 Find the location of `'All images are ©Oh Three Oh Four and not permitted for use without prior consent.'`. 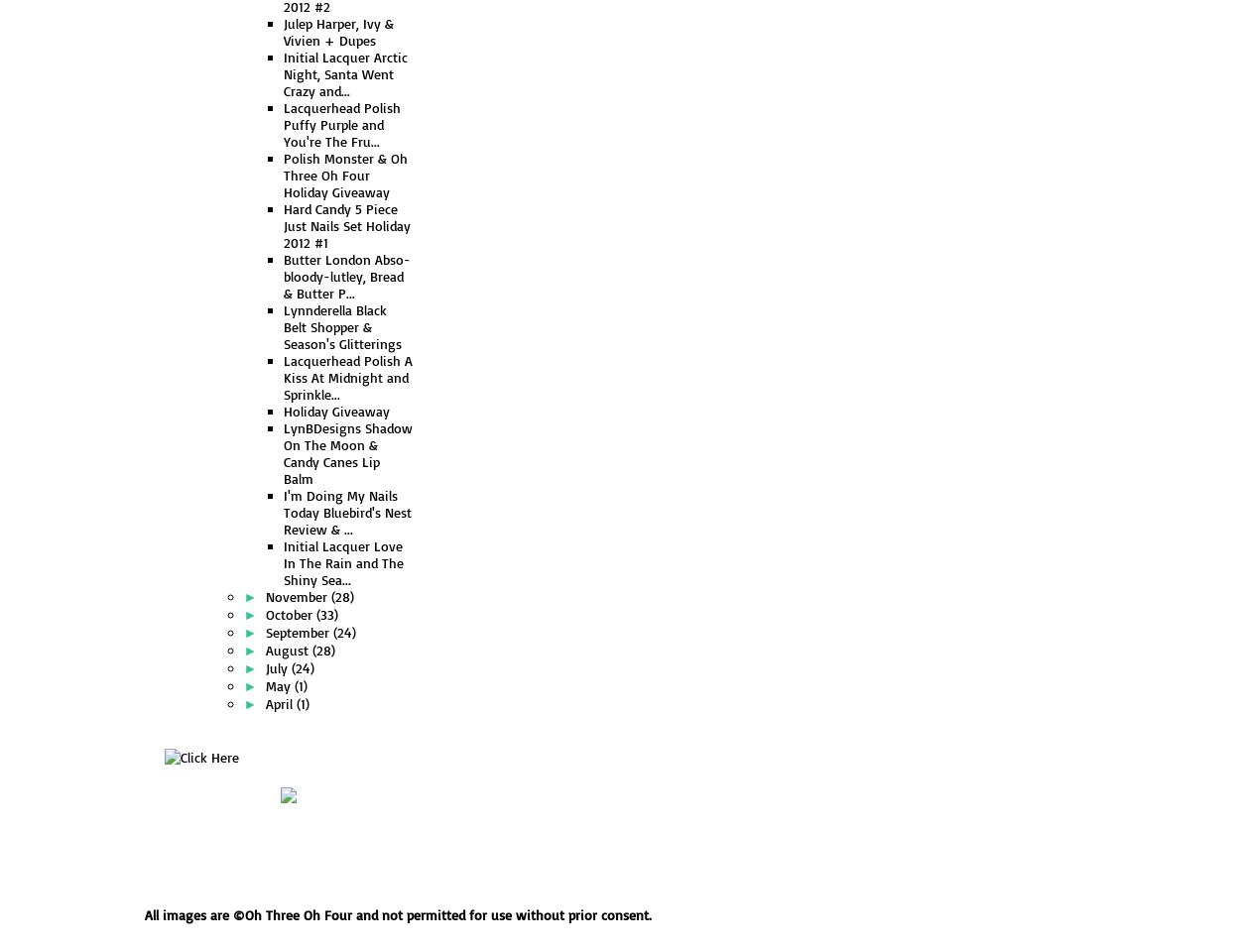

'All images are ©Oh Three Oh Four and not permitted for use without prior consent.' is located at coordinates (397, 914).